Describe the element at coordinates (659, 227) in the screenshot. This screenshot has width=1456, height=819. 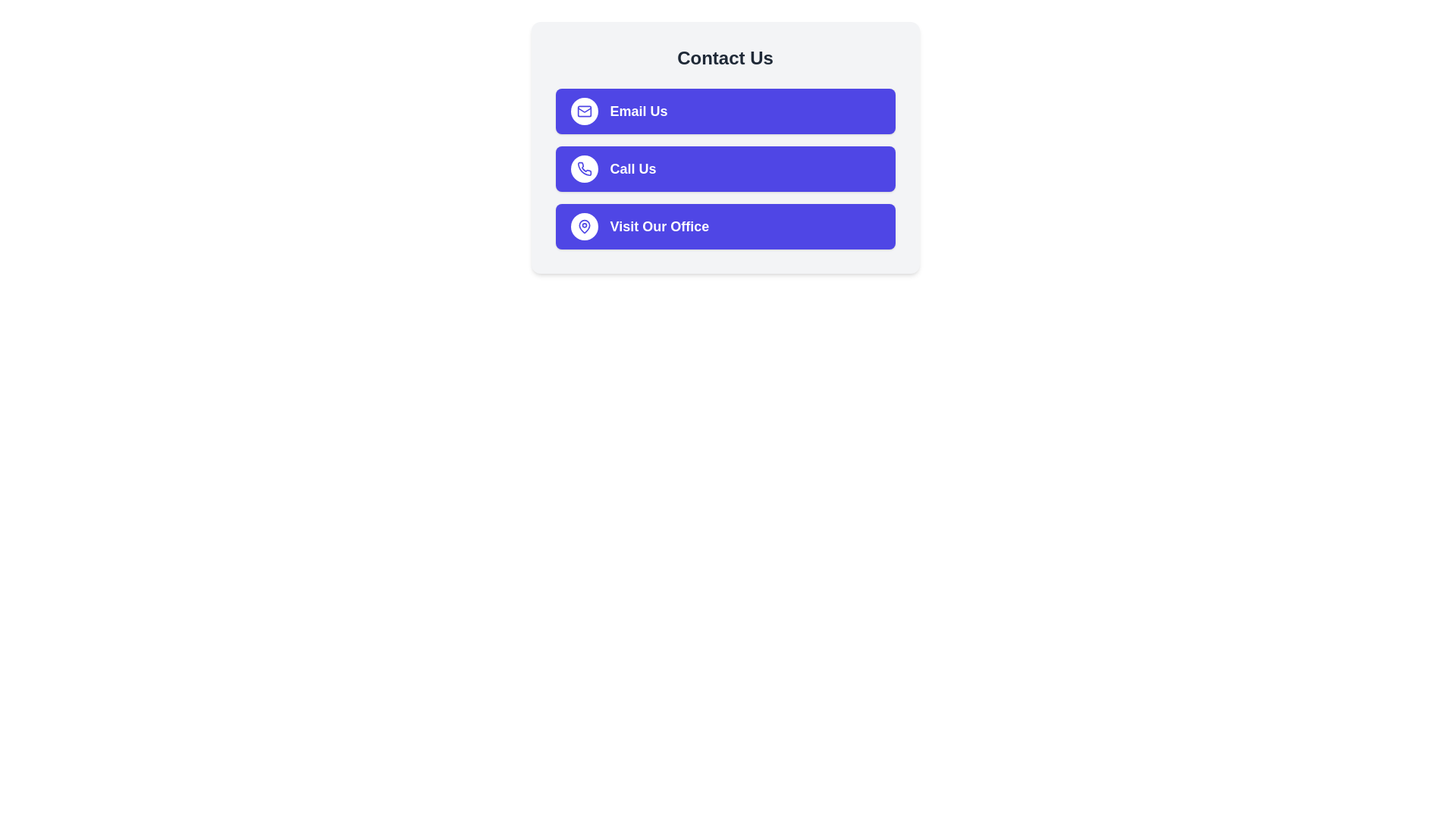
I see `text 'Visit Our Office' displayed on the blue button with rounded corners, which is the third button in a vertically aligned list on the 'Contact Us' card` at that location.